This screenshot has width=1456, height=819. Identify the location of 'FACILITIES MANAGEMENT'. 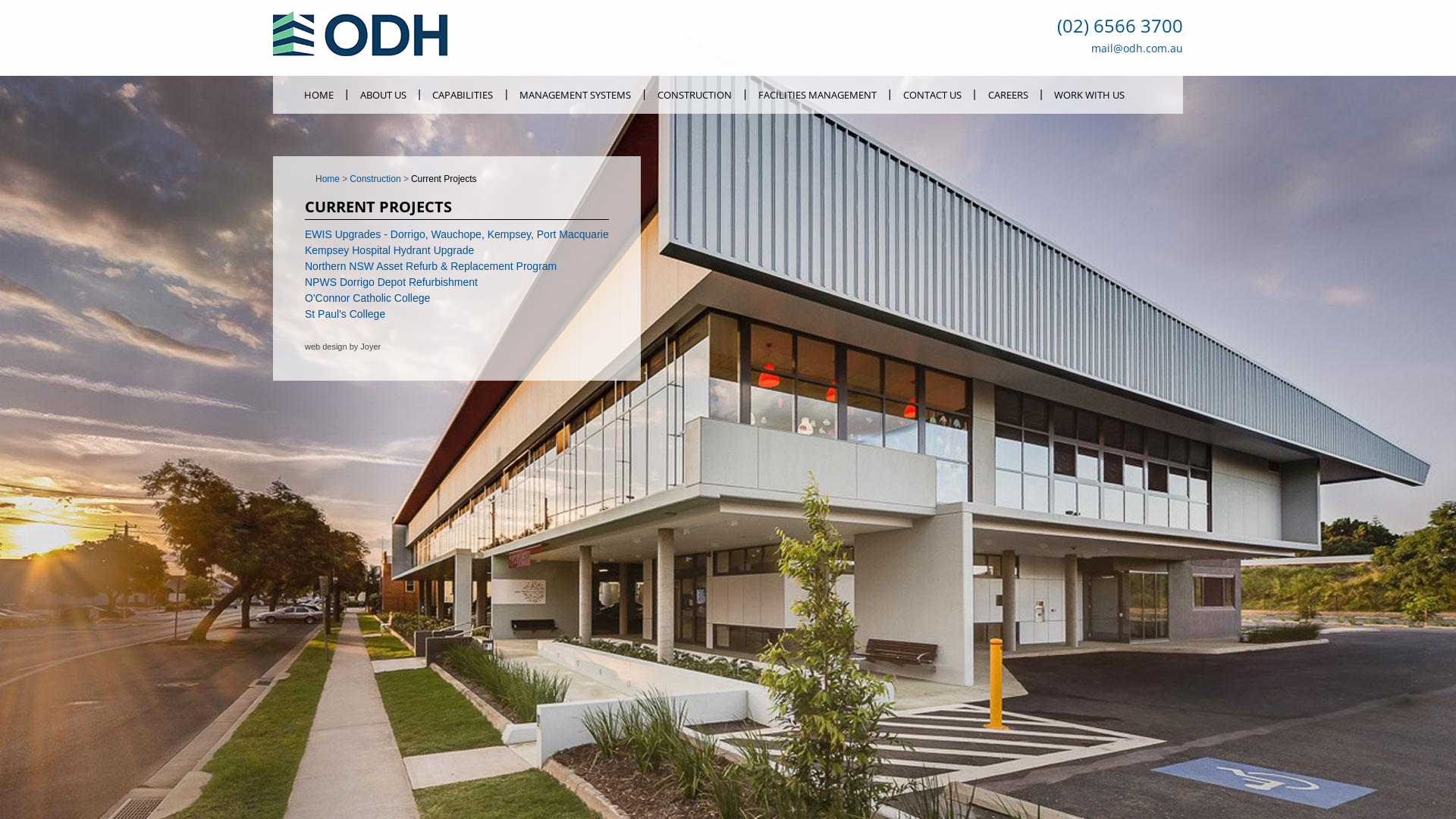
(816, 94).